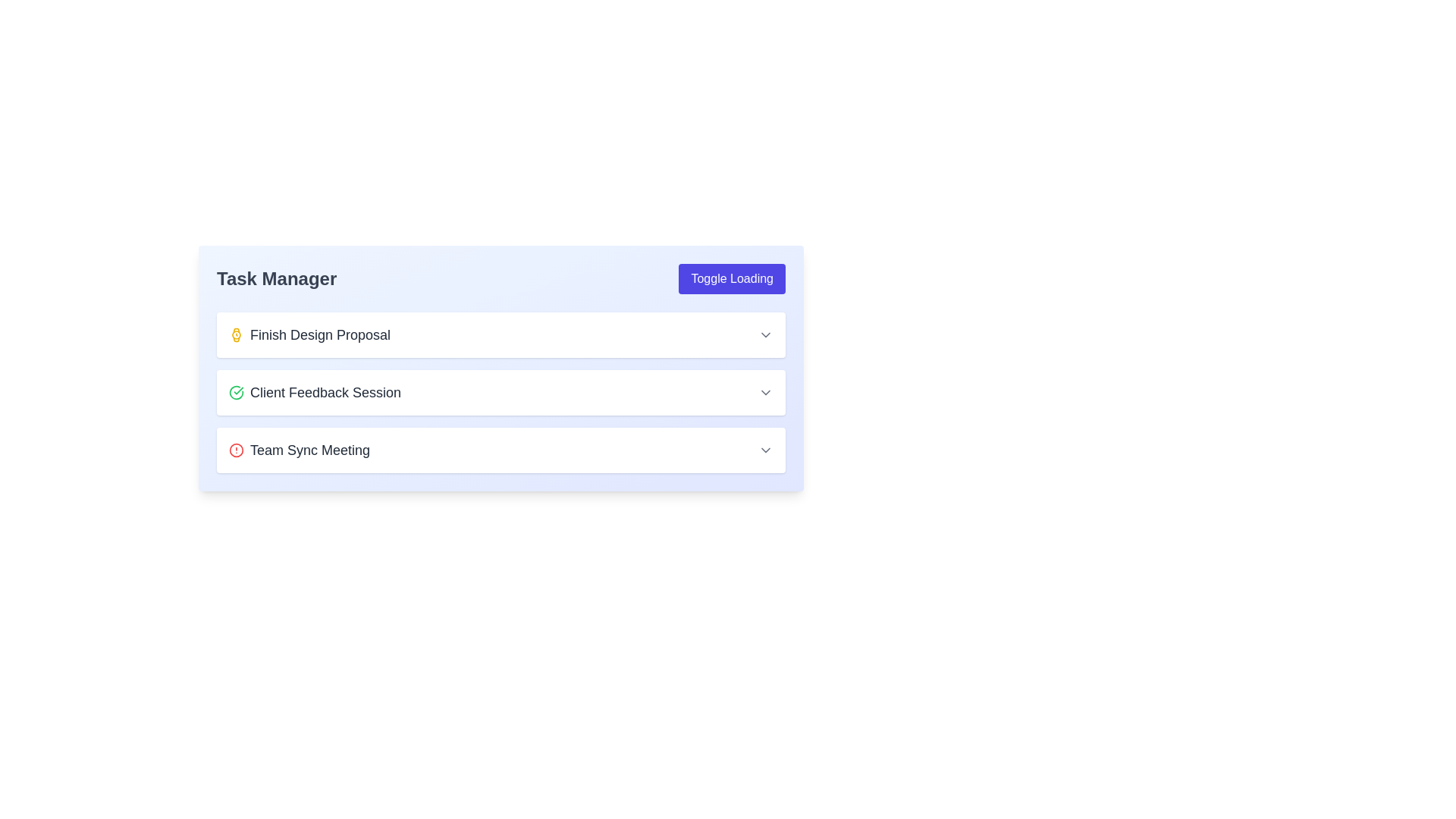  I want to click on text label representing the task titled 'Client Feedback Session', which is located in the Task Manager list as the second item between 'Finish Design Proposal' and 'Team Sync Meeting', so click(325, 391).